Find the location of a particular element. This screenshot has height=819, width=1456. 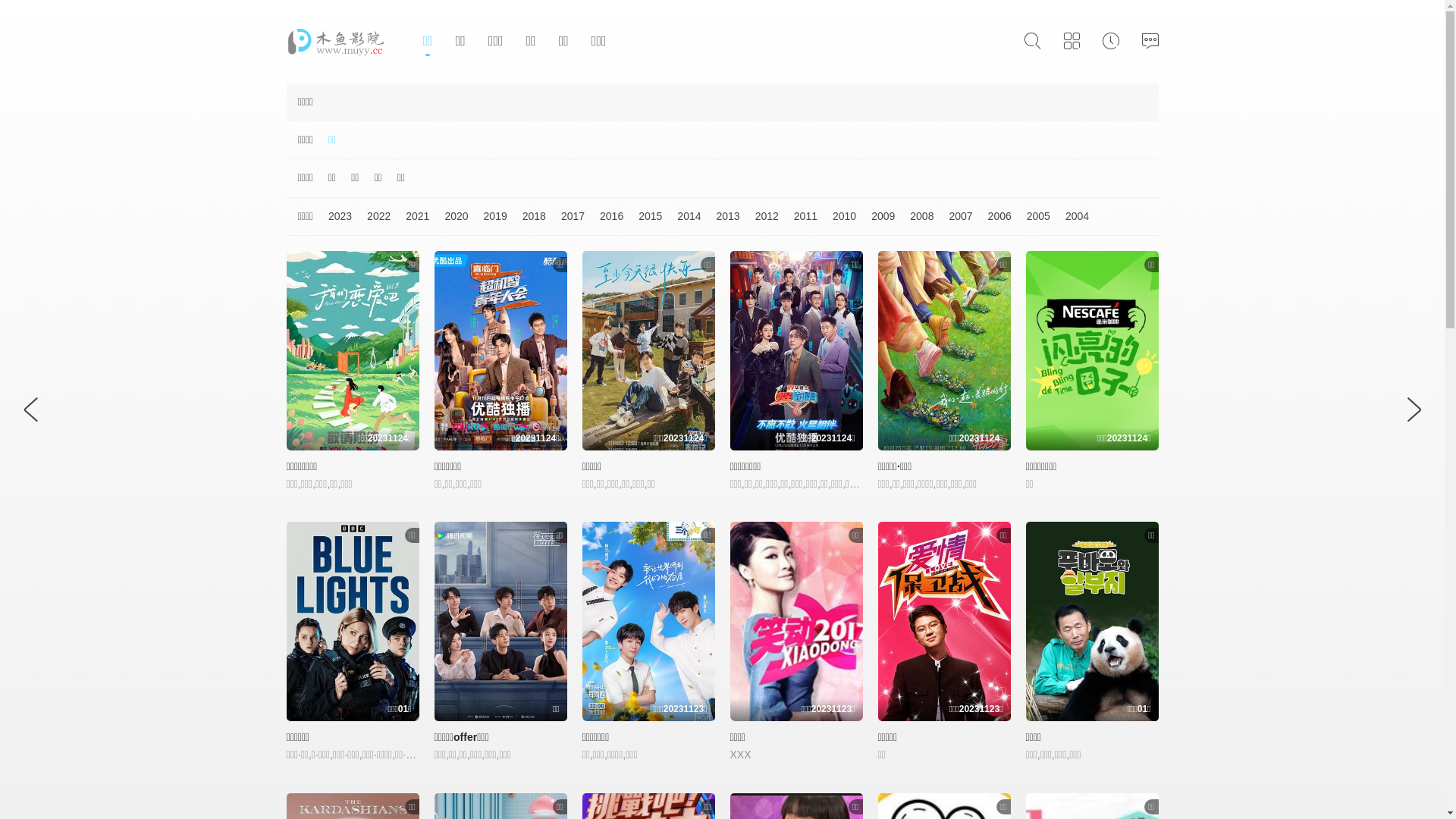

'2007' is located at coordinates (952, 216).